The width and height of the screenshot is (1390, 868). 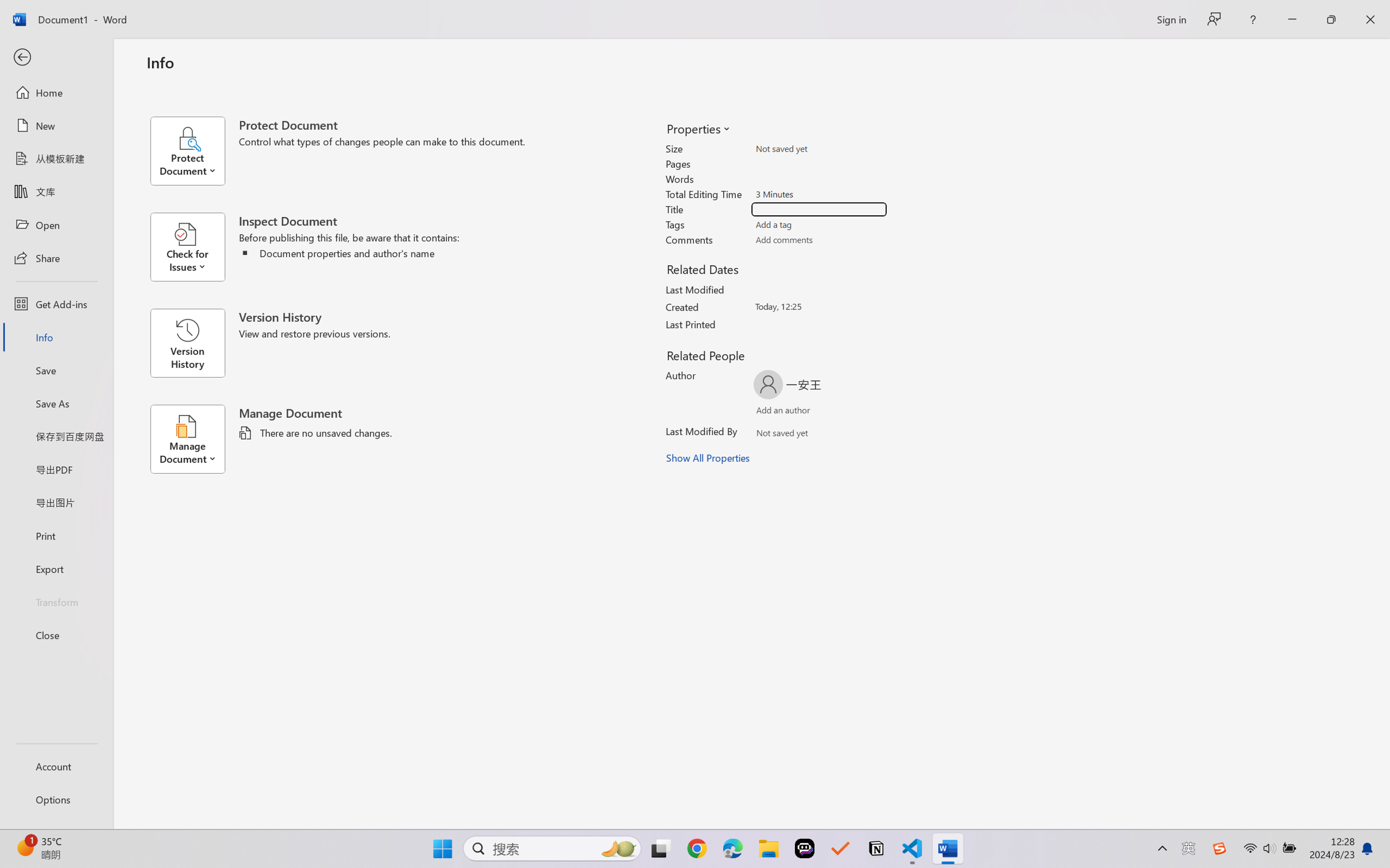 What do you see at coordinates (819, 193) in the screenshot?
I see `'Total Editing Time'` at bounding box center [819, 193].